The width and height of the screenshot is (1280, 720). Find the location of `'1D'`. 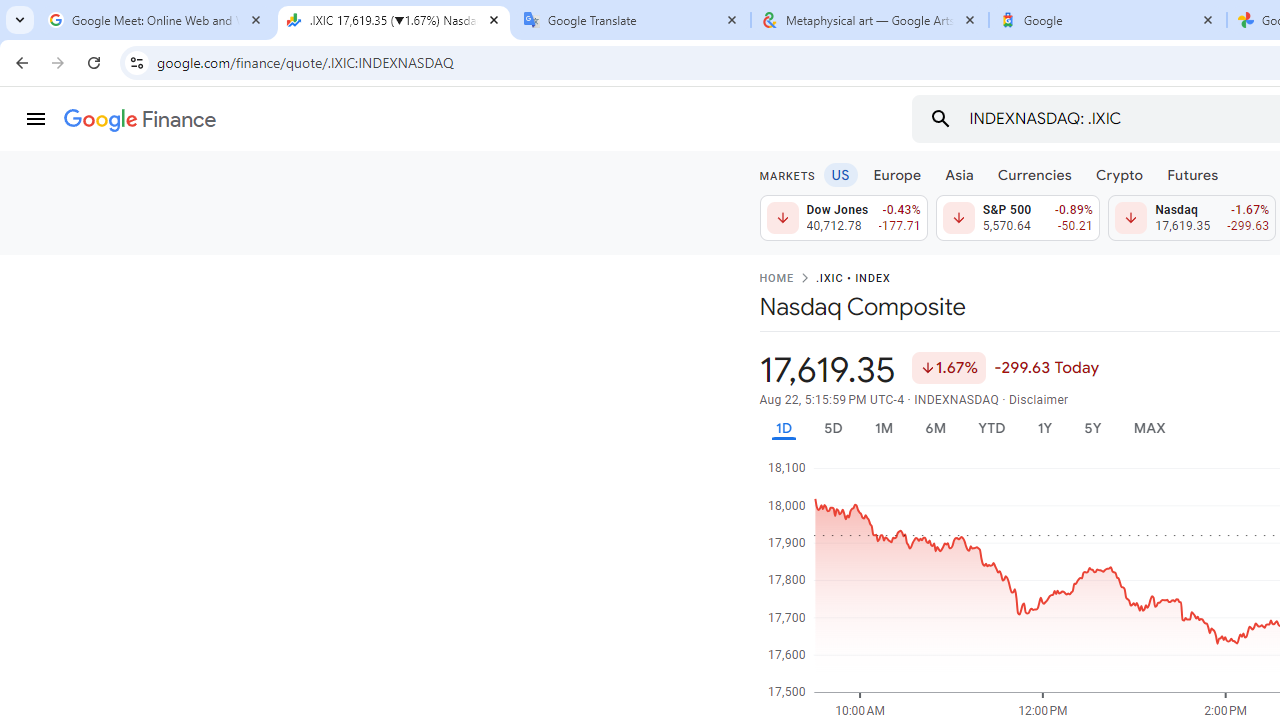

'1D' is located at coordinates (782, 427).